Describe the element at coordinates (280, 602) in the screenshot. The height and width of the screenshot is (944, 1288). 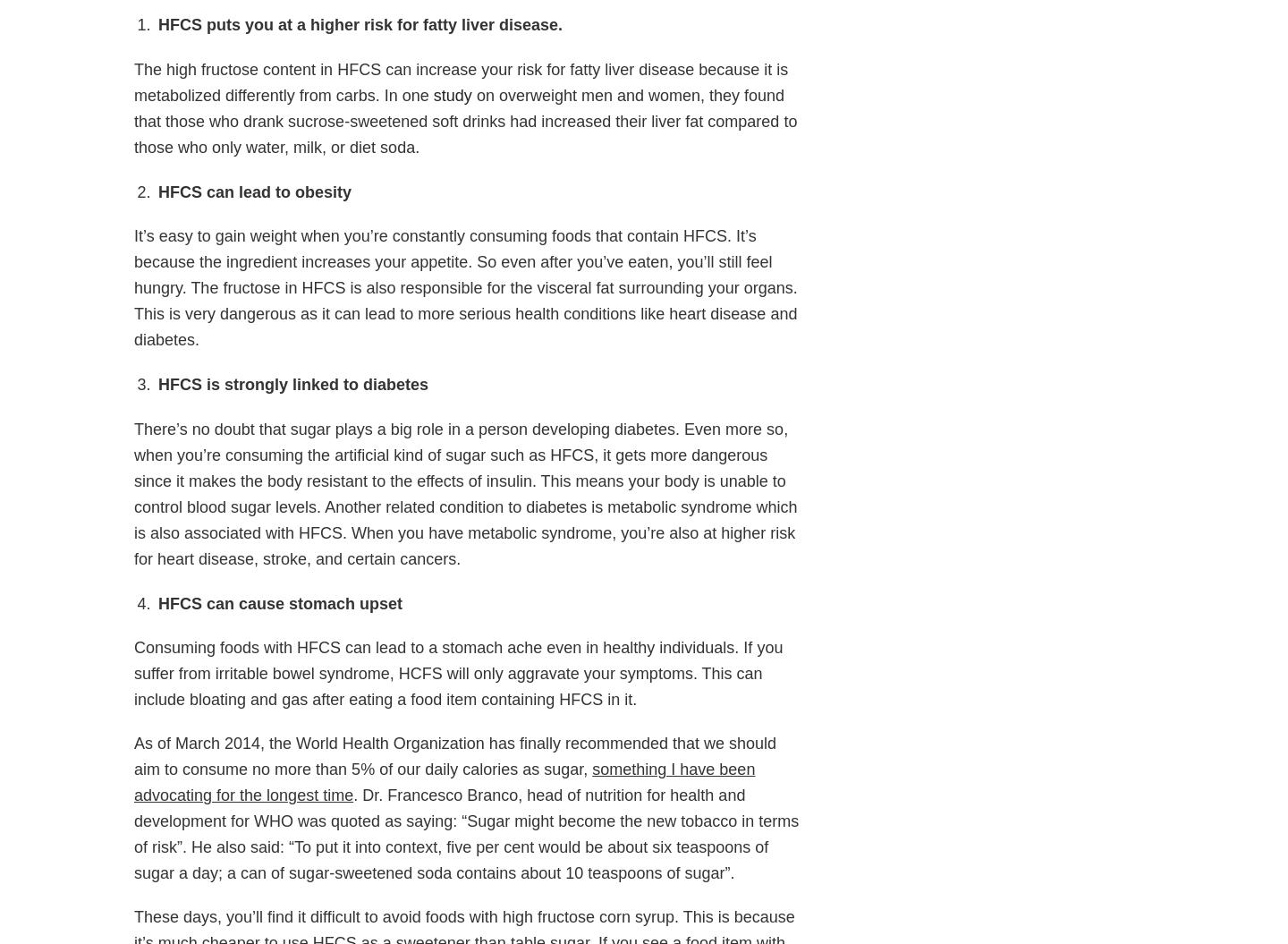
I see `'HFCS can cause stomach upset'` at that location.